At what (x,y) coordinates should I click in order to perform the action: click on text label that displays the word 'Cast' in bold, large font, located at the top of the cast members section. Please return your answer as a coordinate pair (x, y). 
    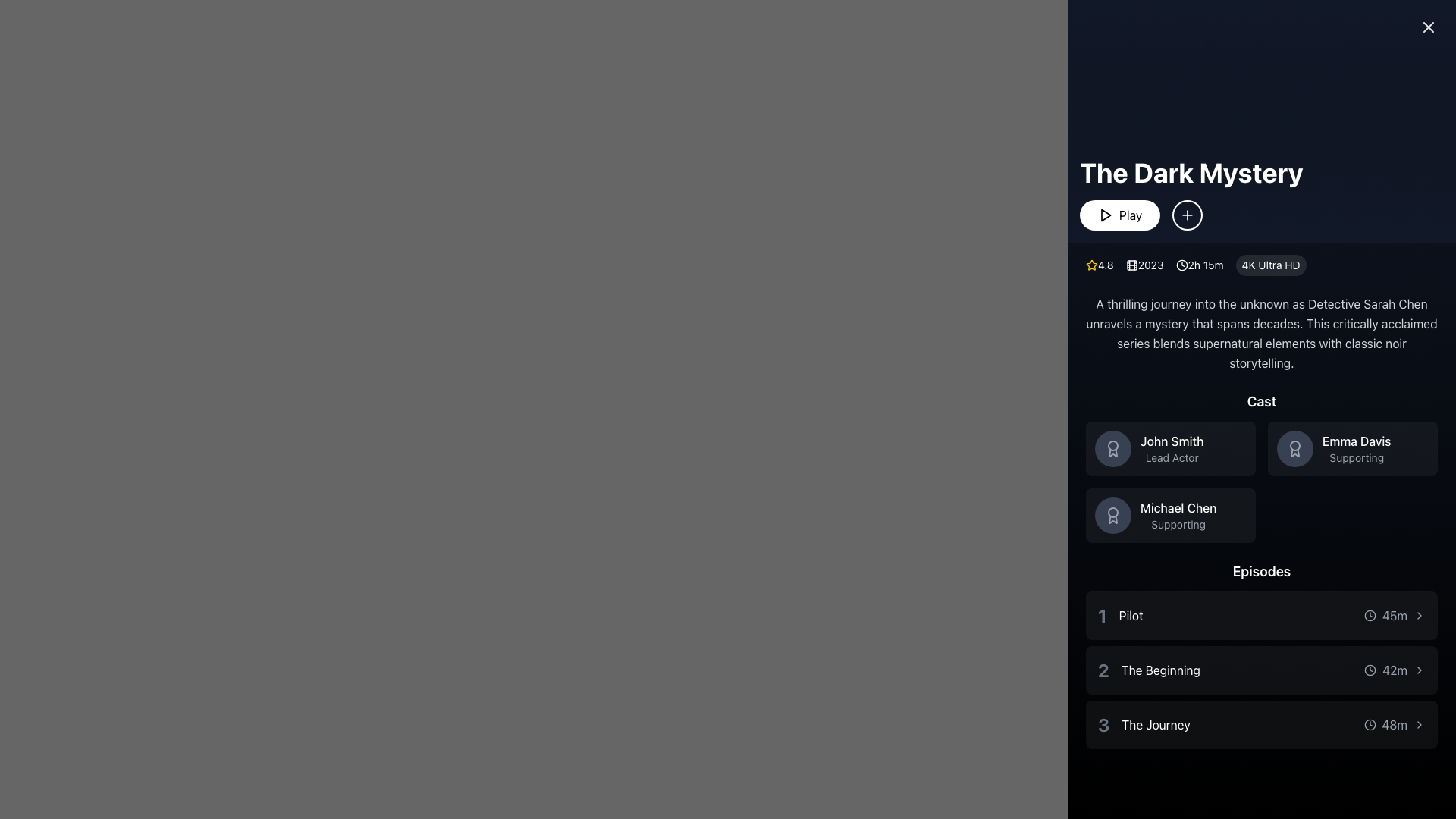
    Looking at the image, I should click on (1262, 400).